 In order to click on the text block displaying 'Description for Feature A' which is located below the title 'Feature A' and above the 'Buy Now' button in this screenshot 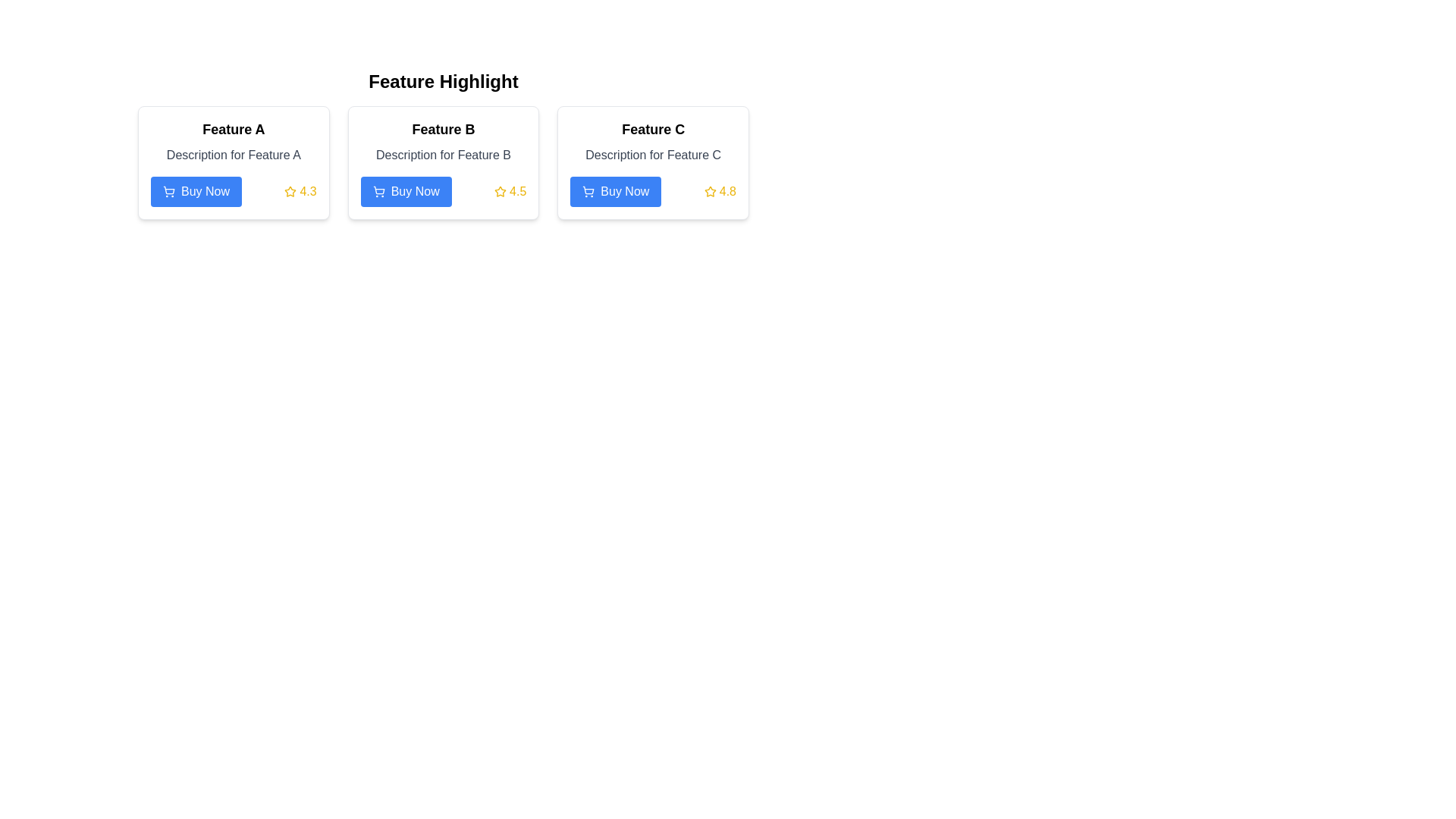, I will do `click(233, 155)`.